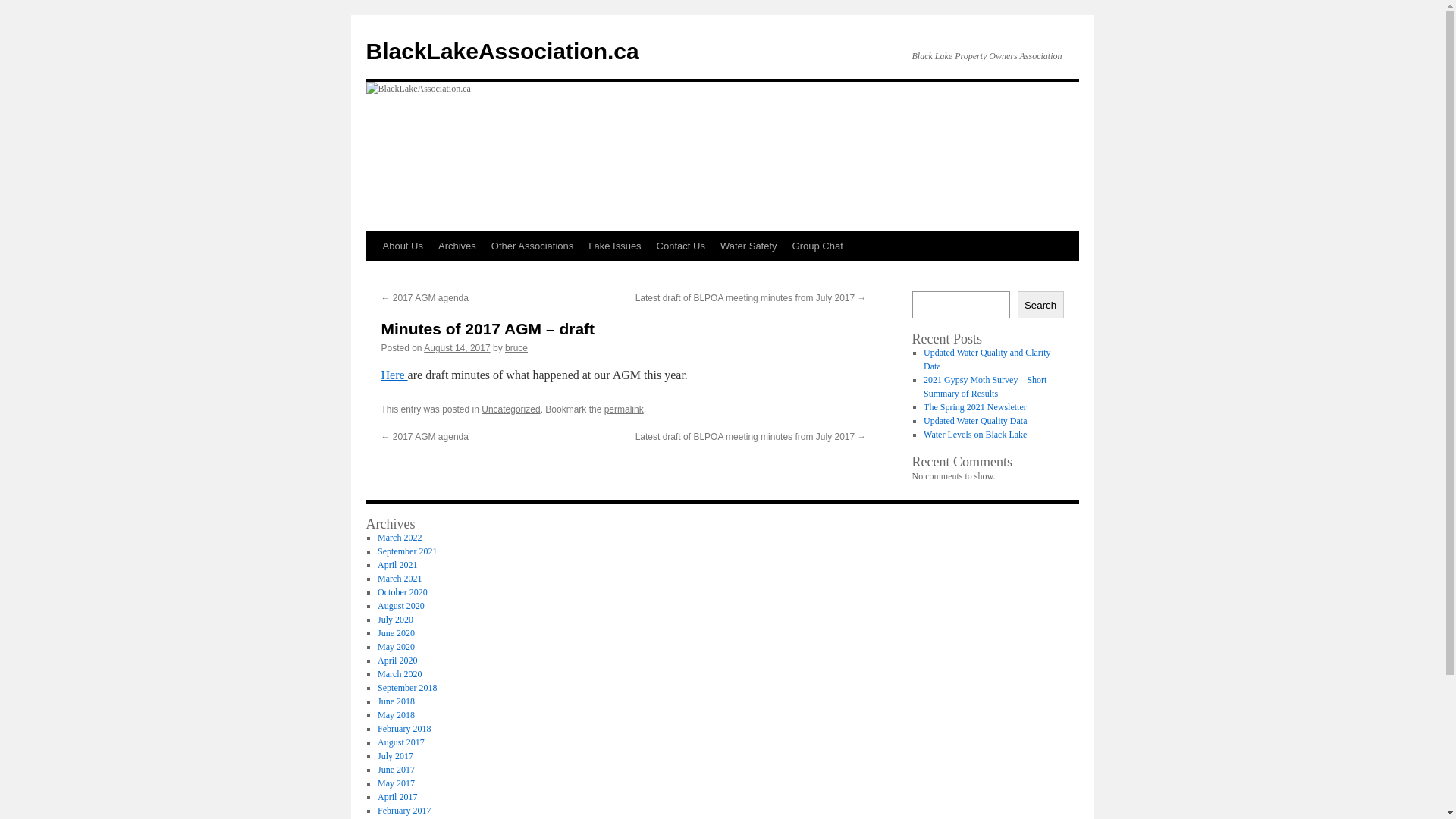  I want to click on 'April 2017', so click(397, 795).